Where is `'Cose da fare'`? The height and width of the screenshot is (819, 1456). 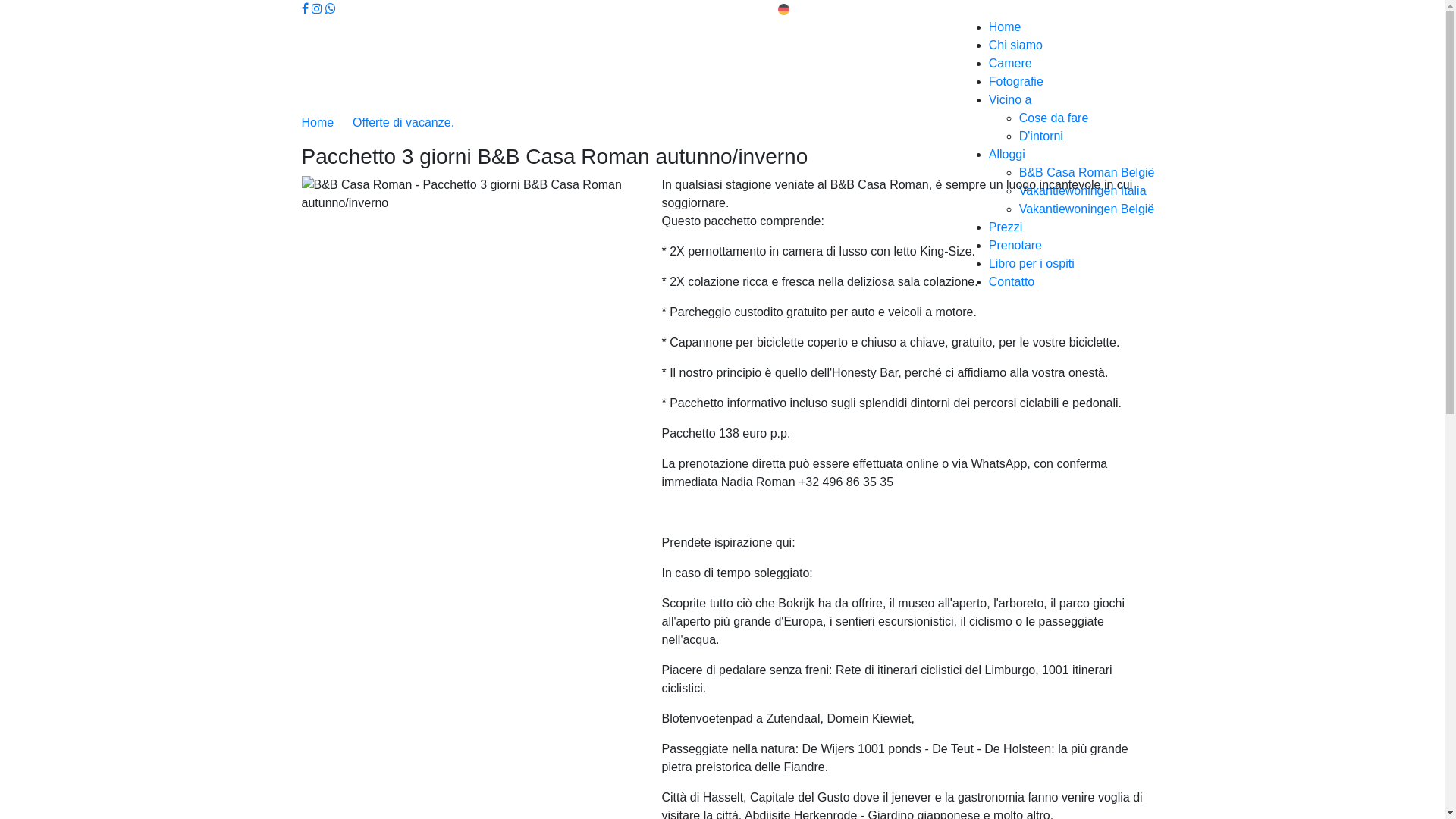 'Cose da fare' is located at coordinates (1053, 117).